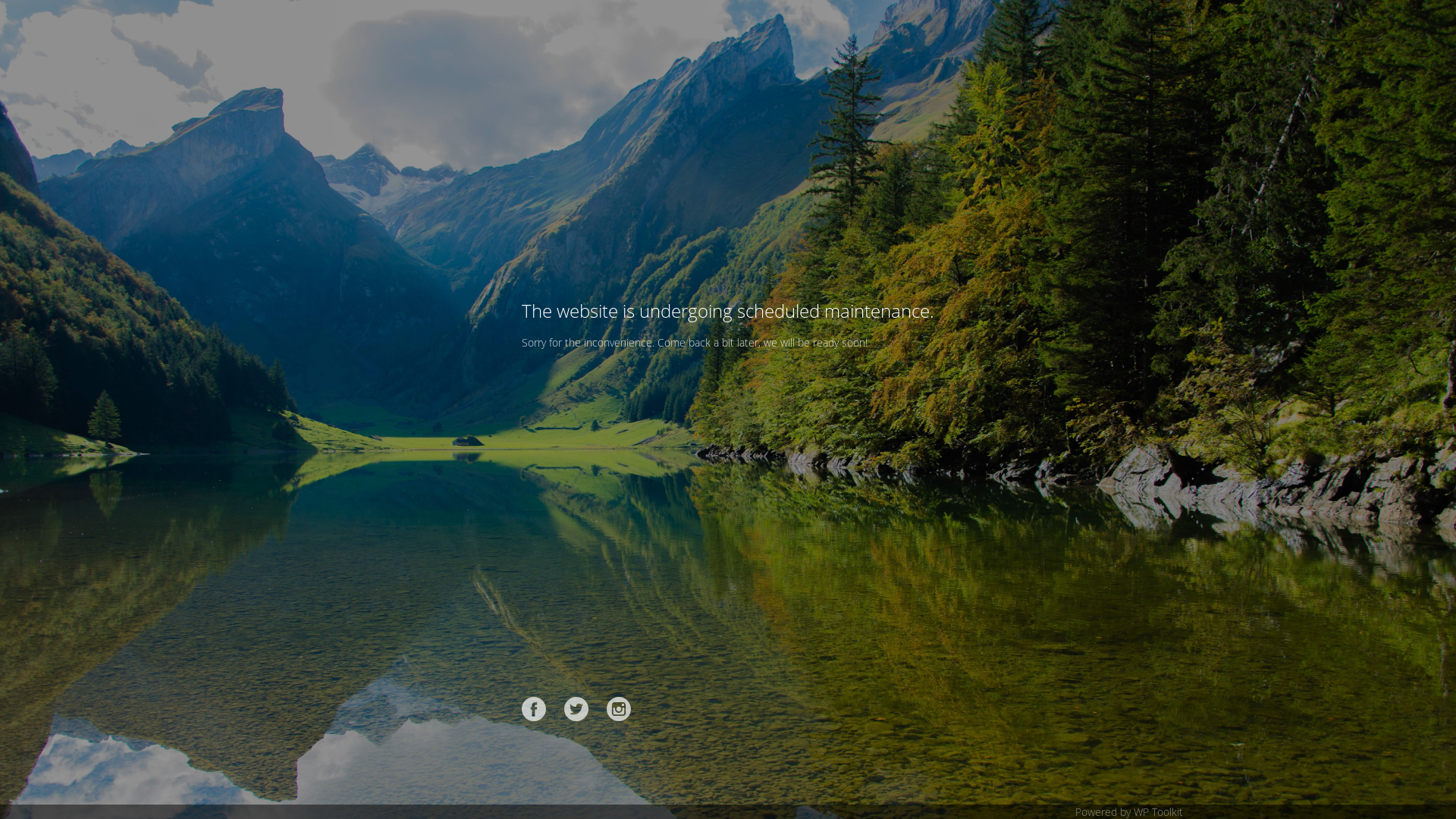 The height and width of the screenshot is (819, 1456). Describe the element at coordinates (534, 708) in the screenshot. I see `'Facebook'` at that location.